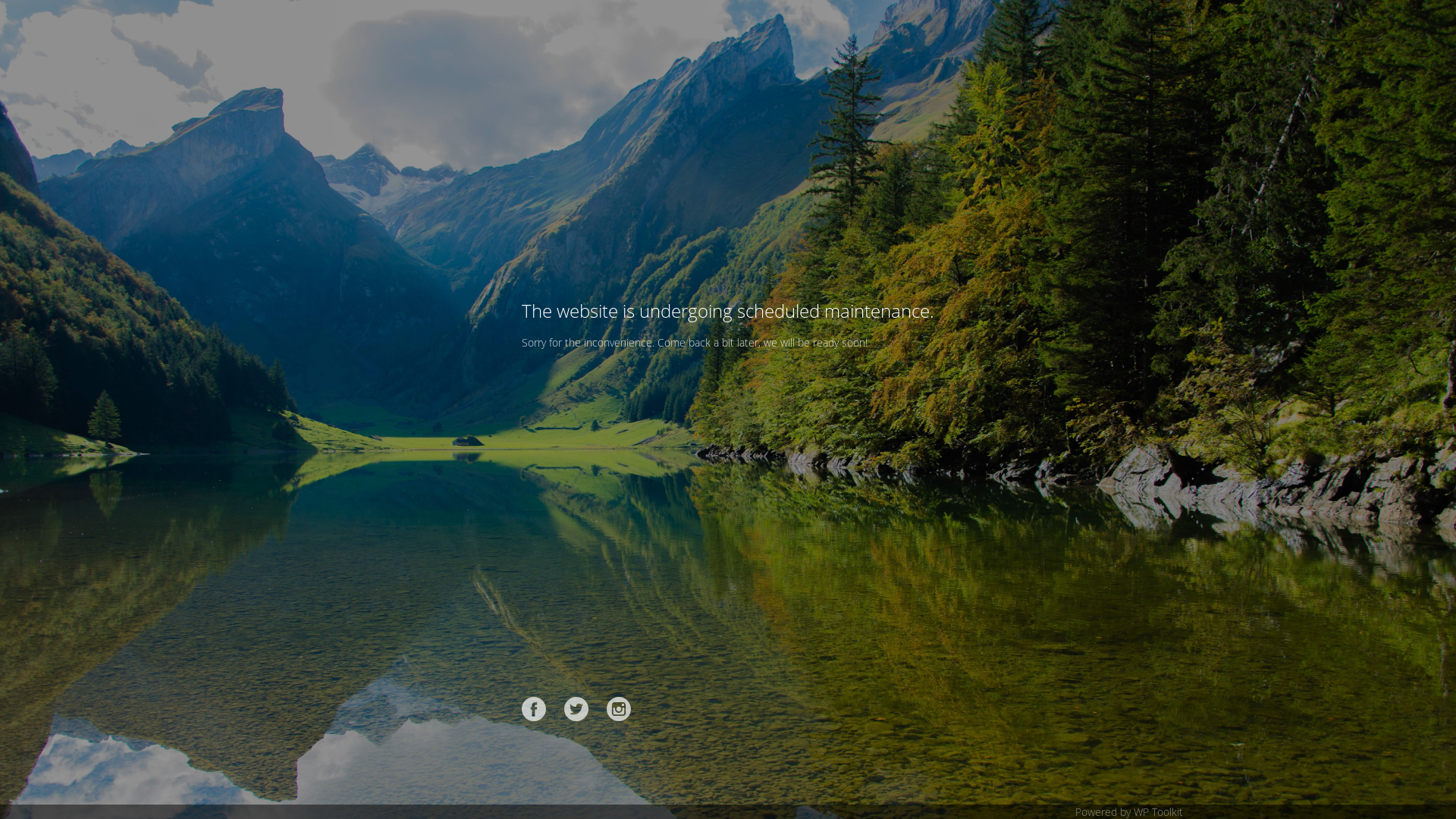 The height and width of the screenshot is (819, 1456). Describe the element at coordinates (534, 708) in the screenshot. I see `'Facebook'` at that location.